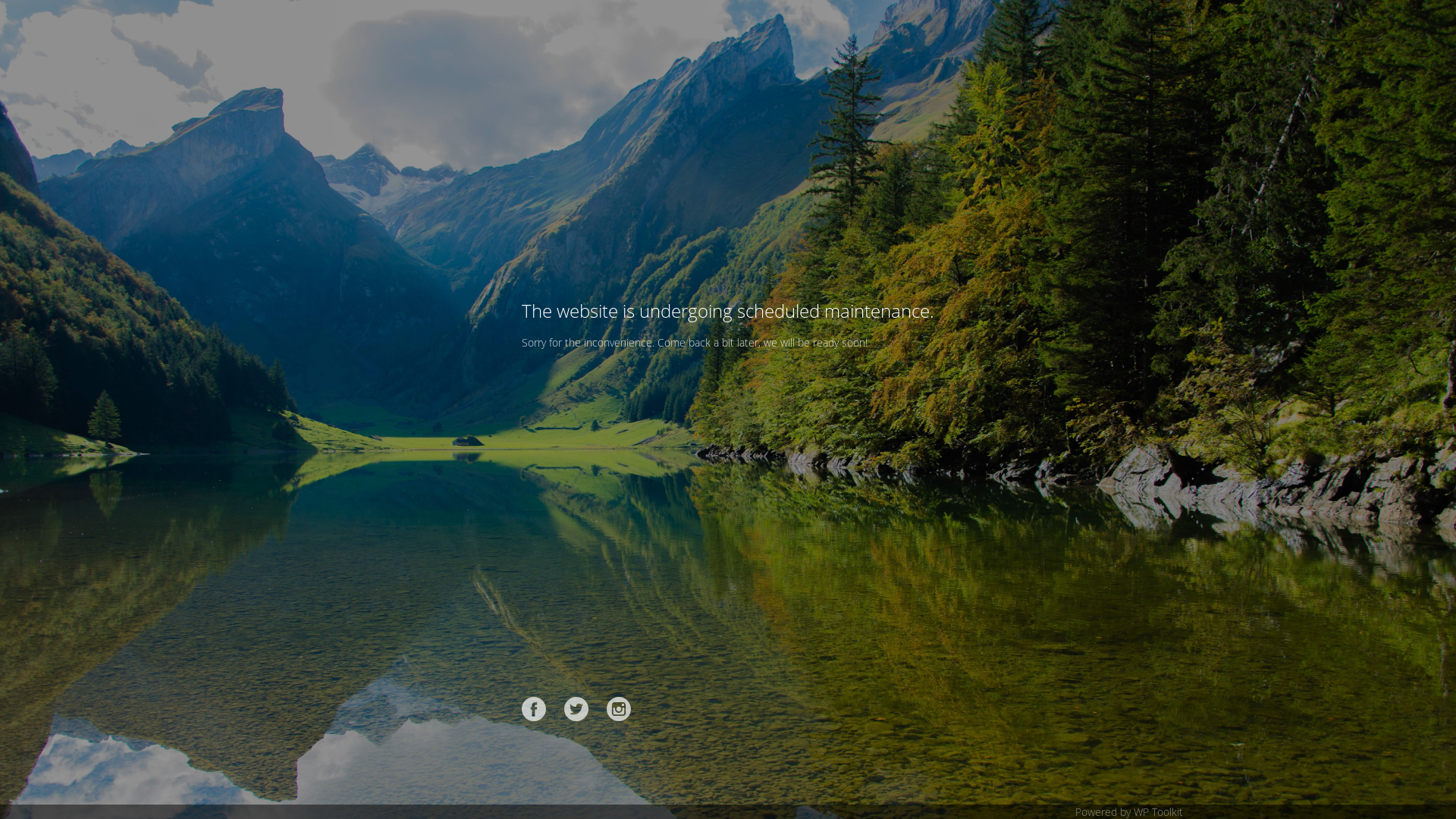 The height and width of the screenshot is (819, 1456). Describe the element at coordinates (534, 708) in the screenshot. I see `'Facebook'` at that location.